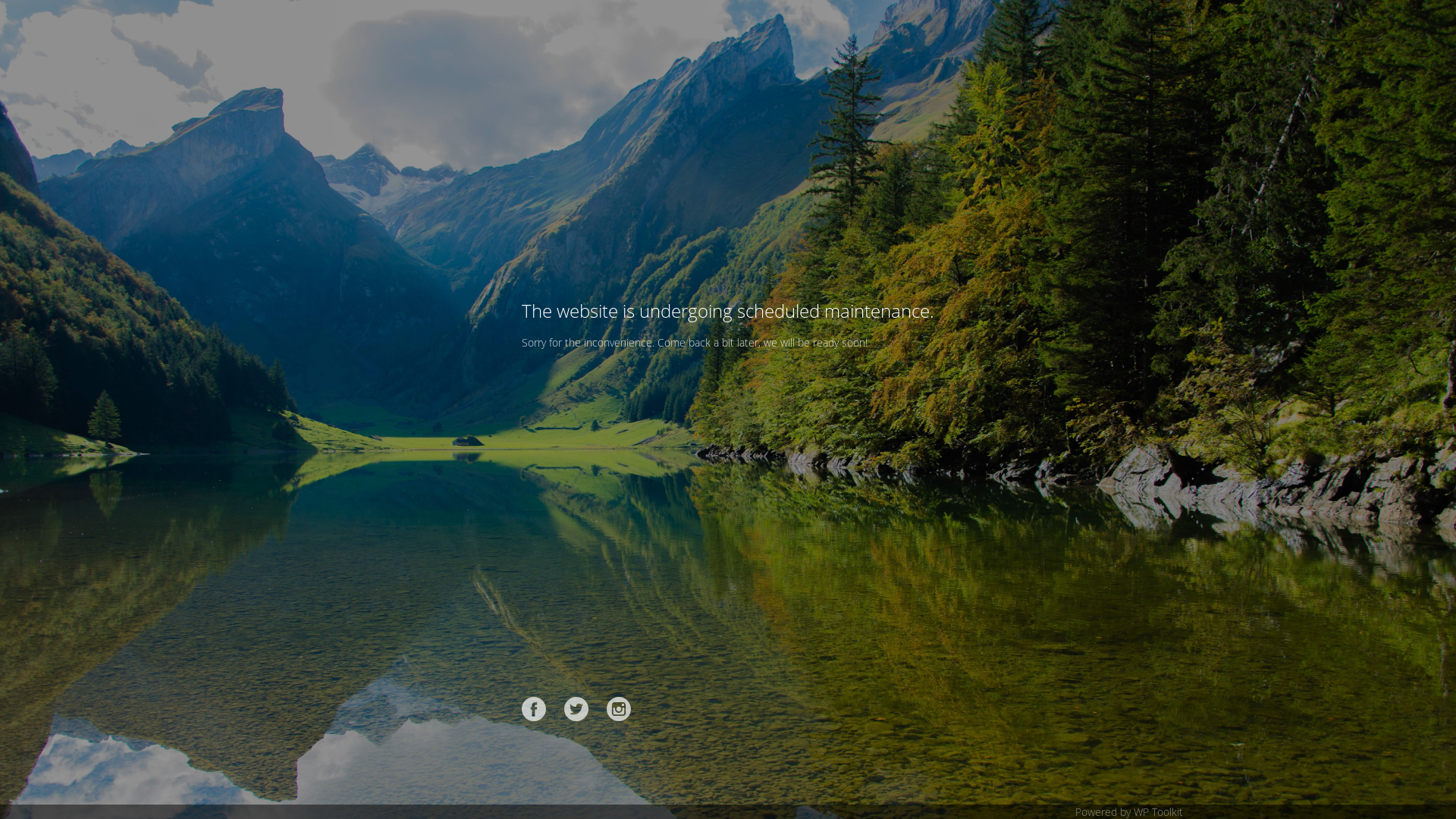 The height and width of the screenshot is (819, 1456). Describe the element at coordinates (534, 708) in the screenshot. I see `'Facebook'` at that location.